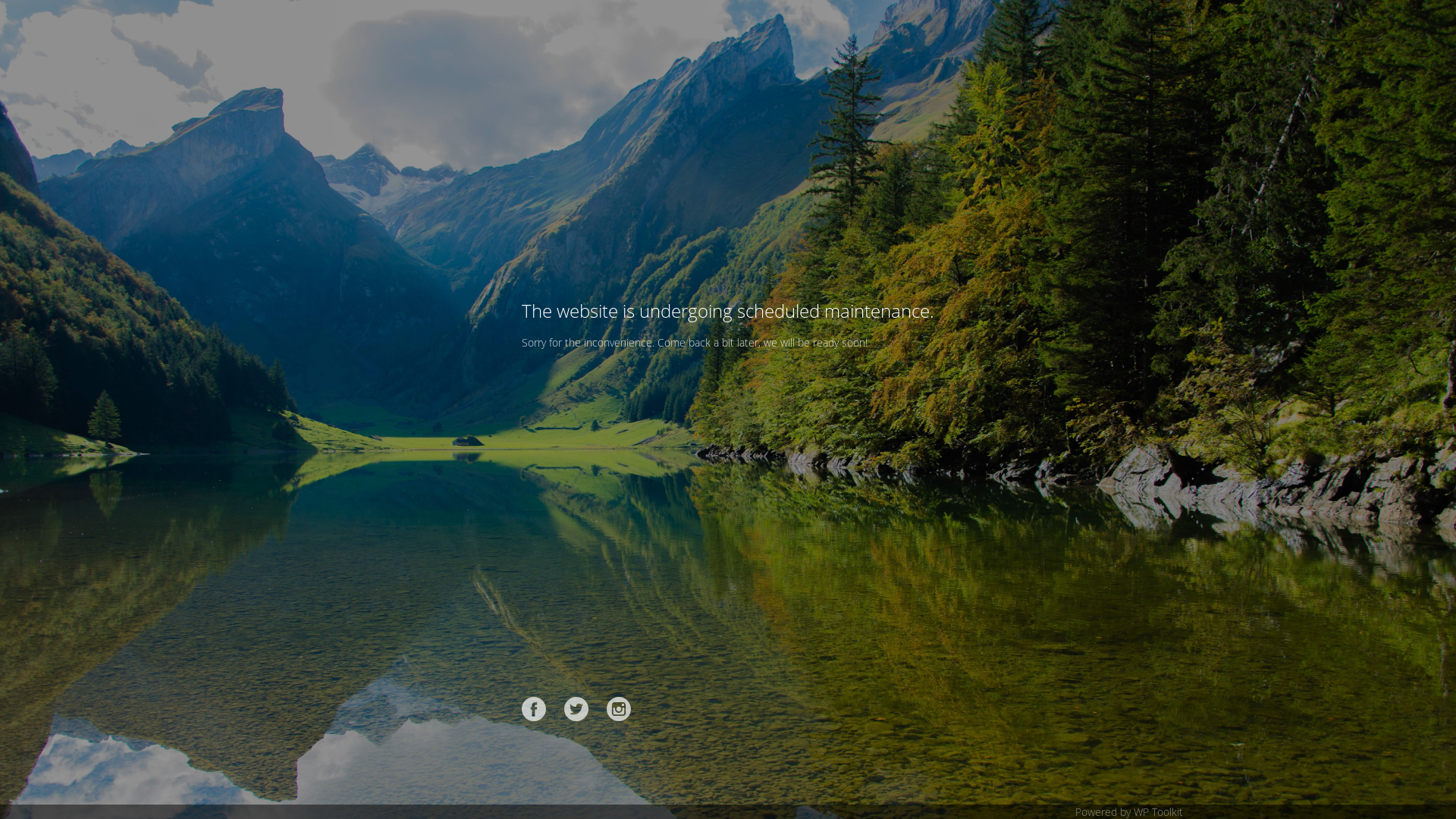 The height and width of the screenshot is (819, 1456). Describe the element at coordinates (534, 708) in the screenshot. I see `'Facebook'` at that location.